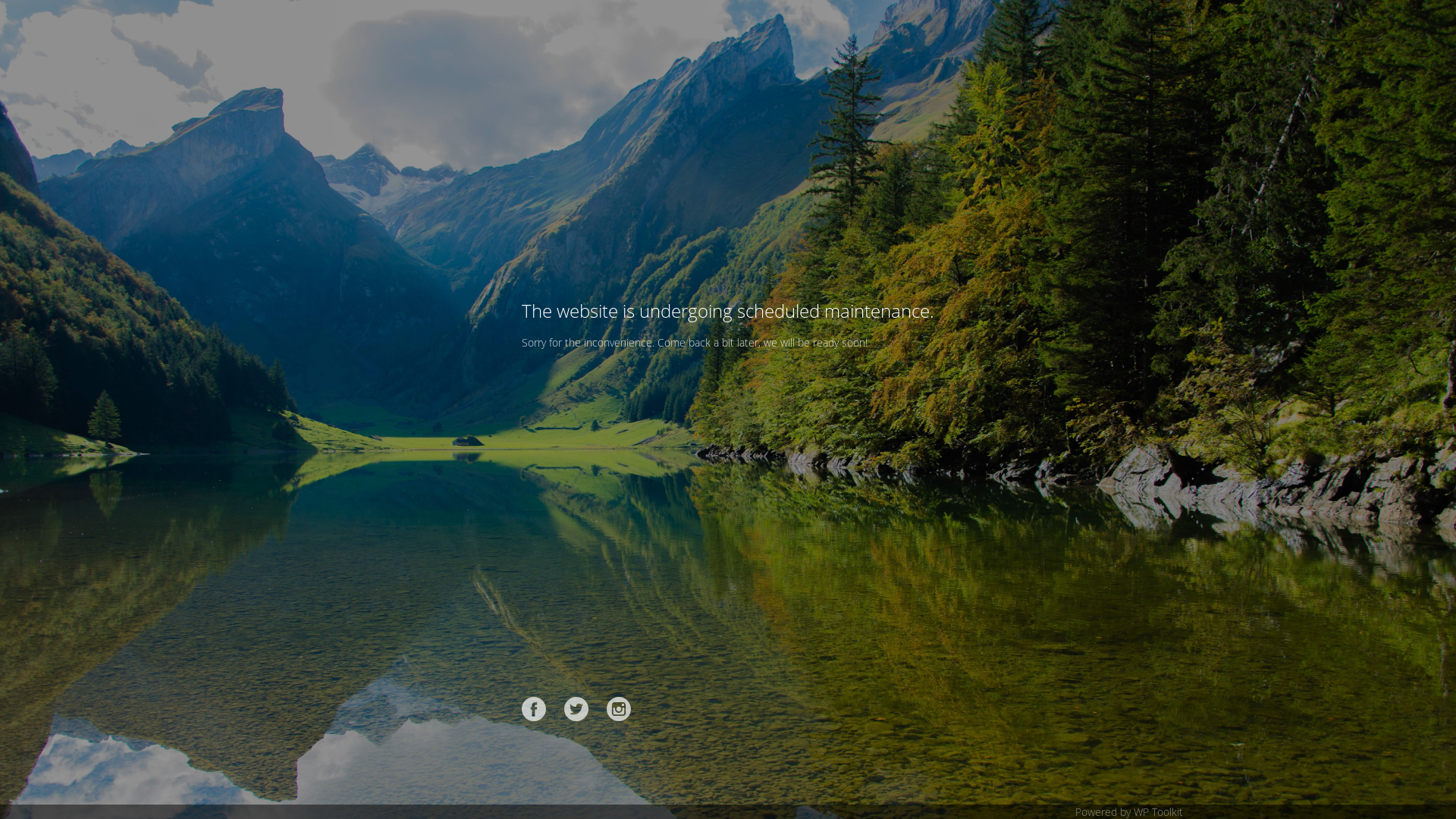 The height and width of the screenshot is (819, 1456). Describe the element at coordinates (534, 708) in the screenshot. I see `'Facebook'` at that location.